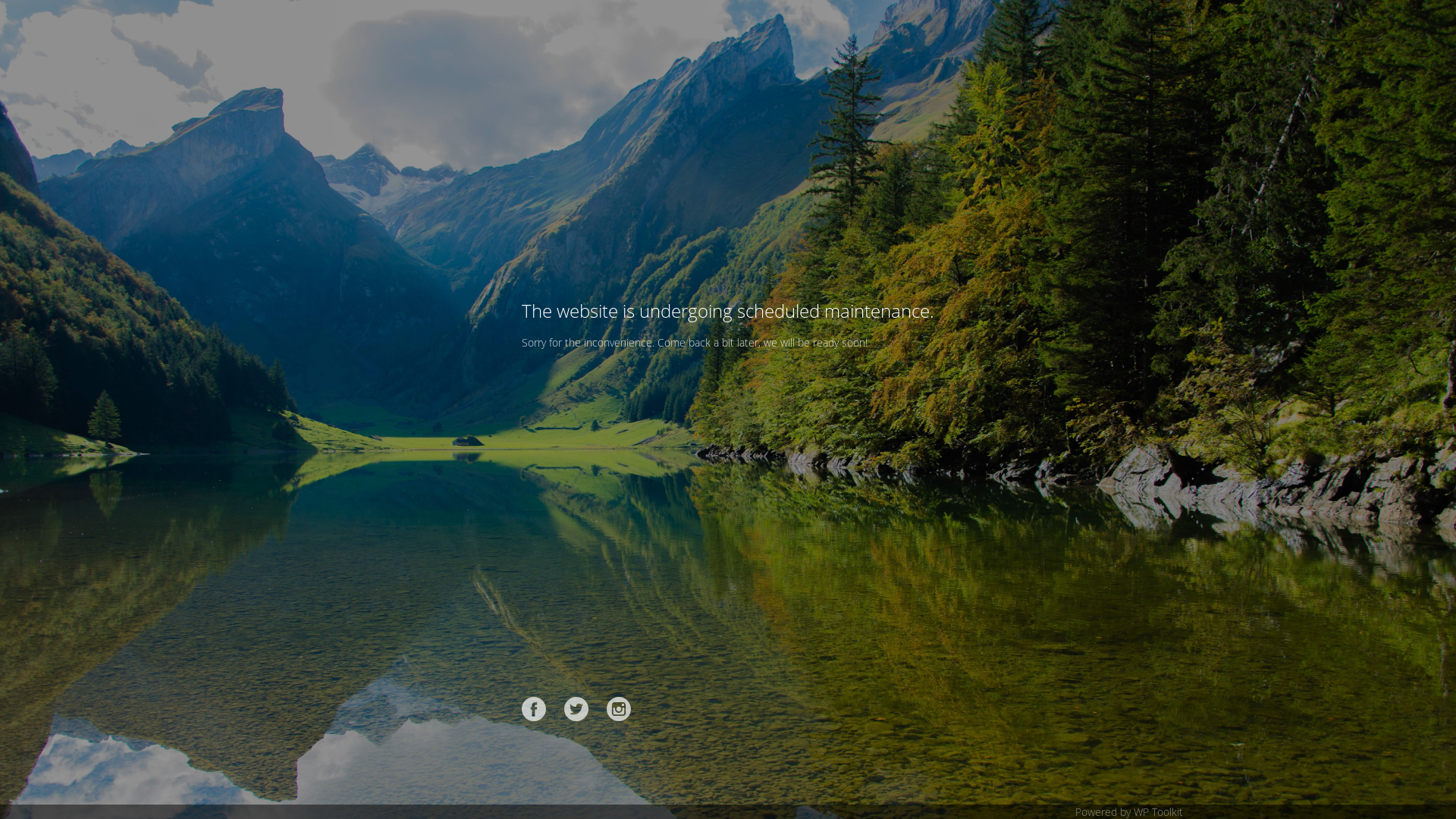 The height and width of the screenshot is (819, 1456). Describe the element at coordinates (534, 708) in the screenshot. I see `'Facebook'` at that location.